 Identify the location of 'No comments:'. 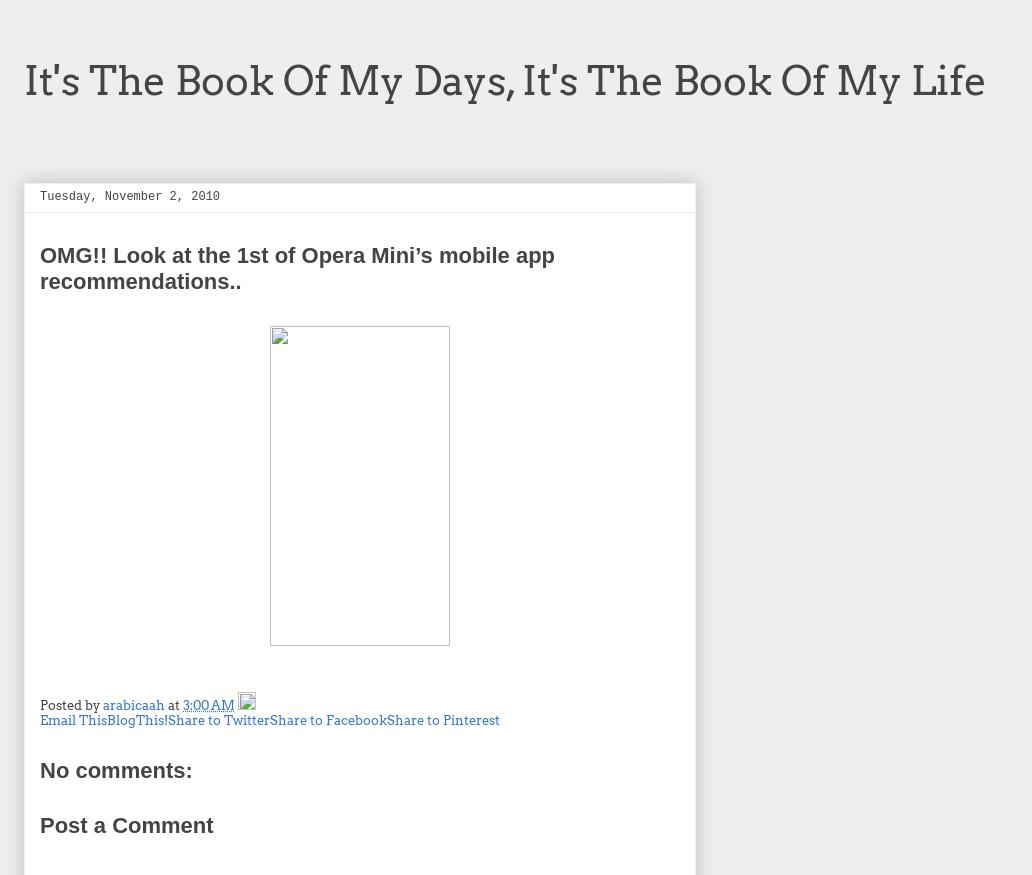
(115, 768).